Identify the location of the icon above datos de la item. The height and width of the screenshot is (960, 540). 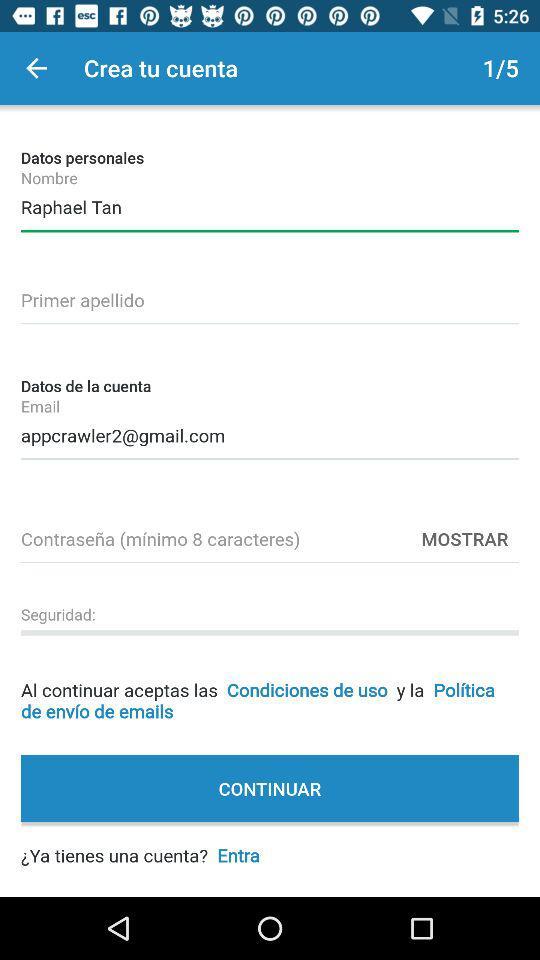
(270, 296).